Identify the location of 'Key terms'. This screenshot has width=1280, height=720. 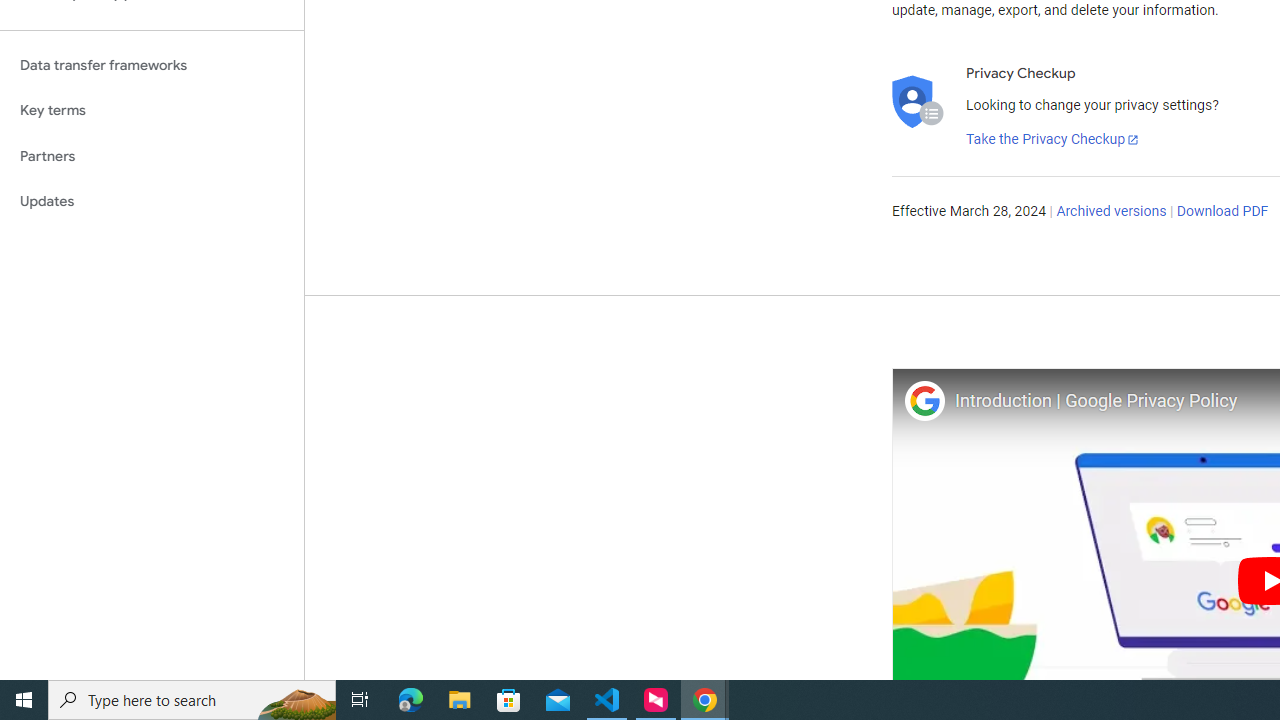
(151, 110).